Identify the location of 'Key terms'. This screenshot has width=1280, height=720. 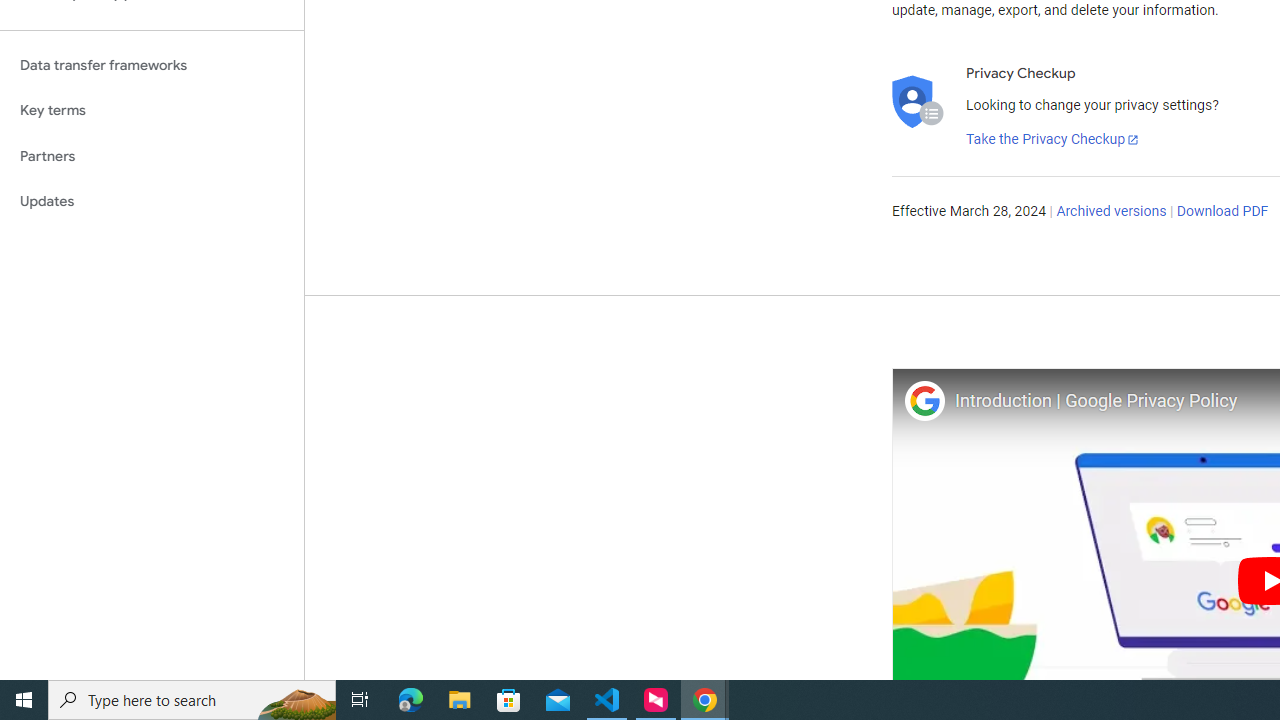
(151, 110).